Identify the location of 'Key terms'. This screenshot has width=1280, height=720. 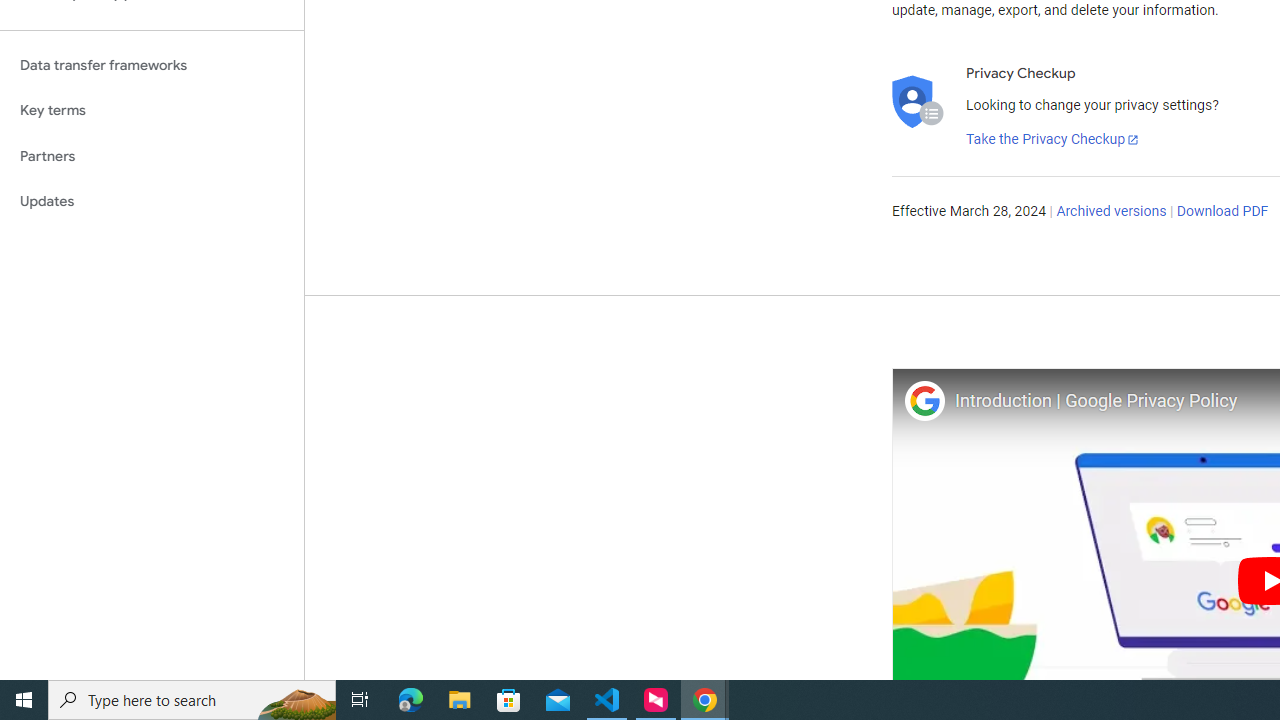
(151, 110).